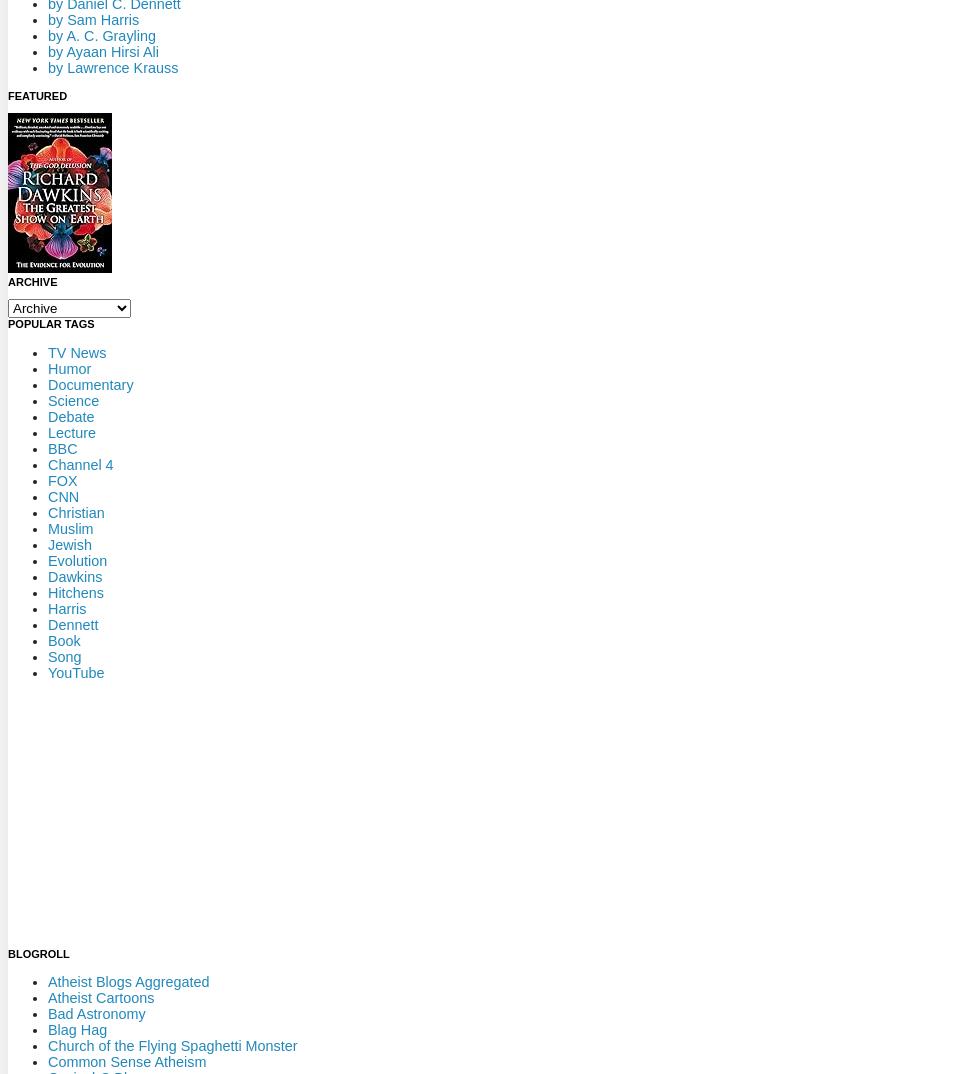  What do you see at coordinates (69, 366) in the screenshot?
I see `'Humor'` at bounding box center [69, 366].